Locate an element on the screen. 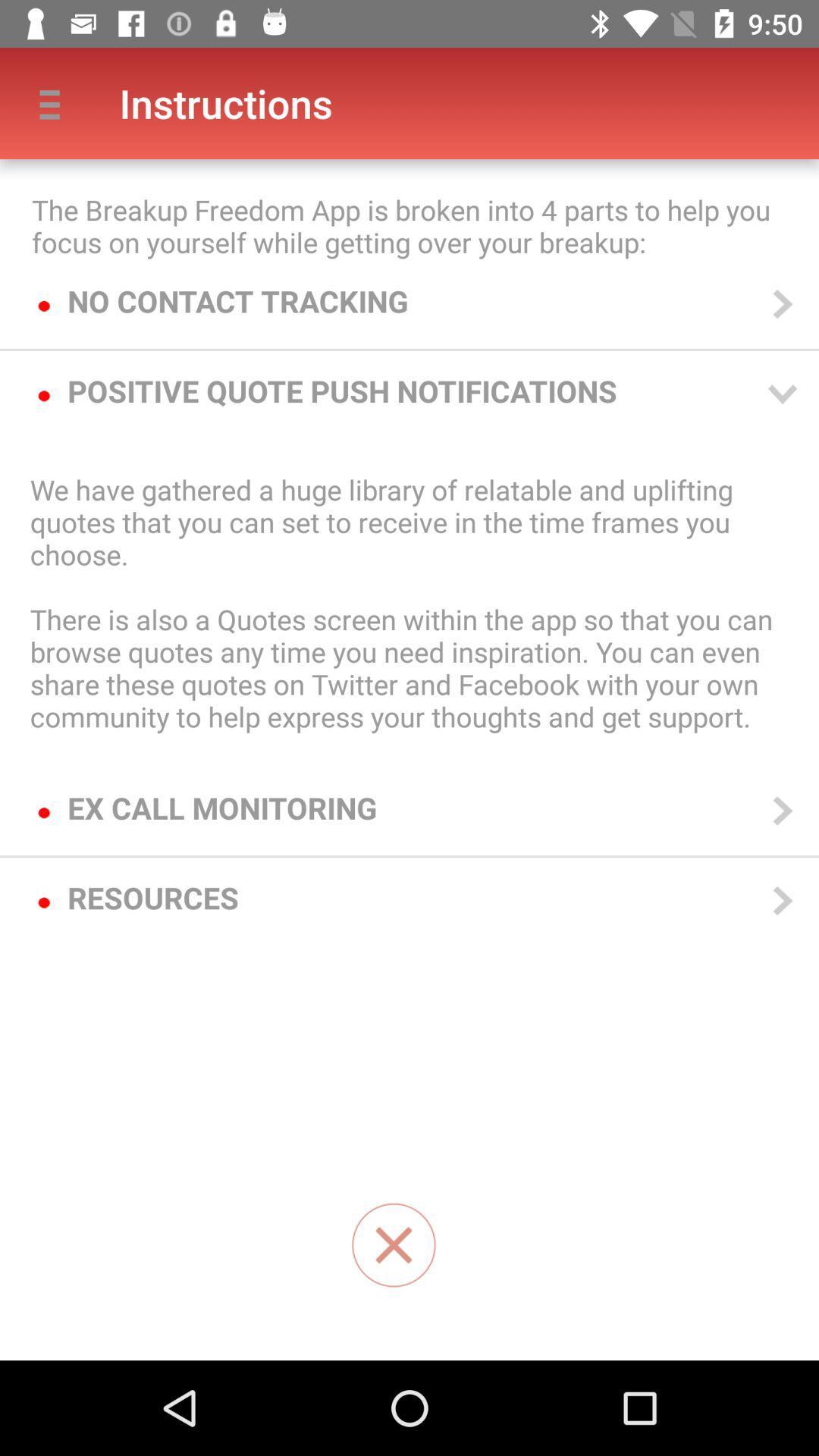 This screenshot has height=1456, width=819. instructions is located at coordinates (393, 1245).